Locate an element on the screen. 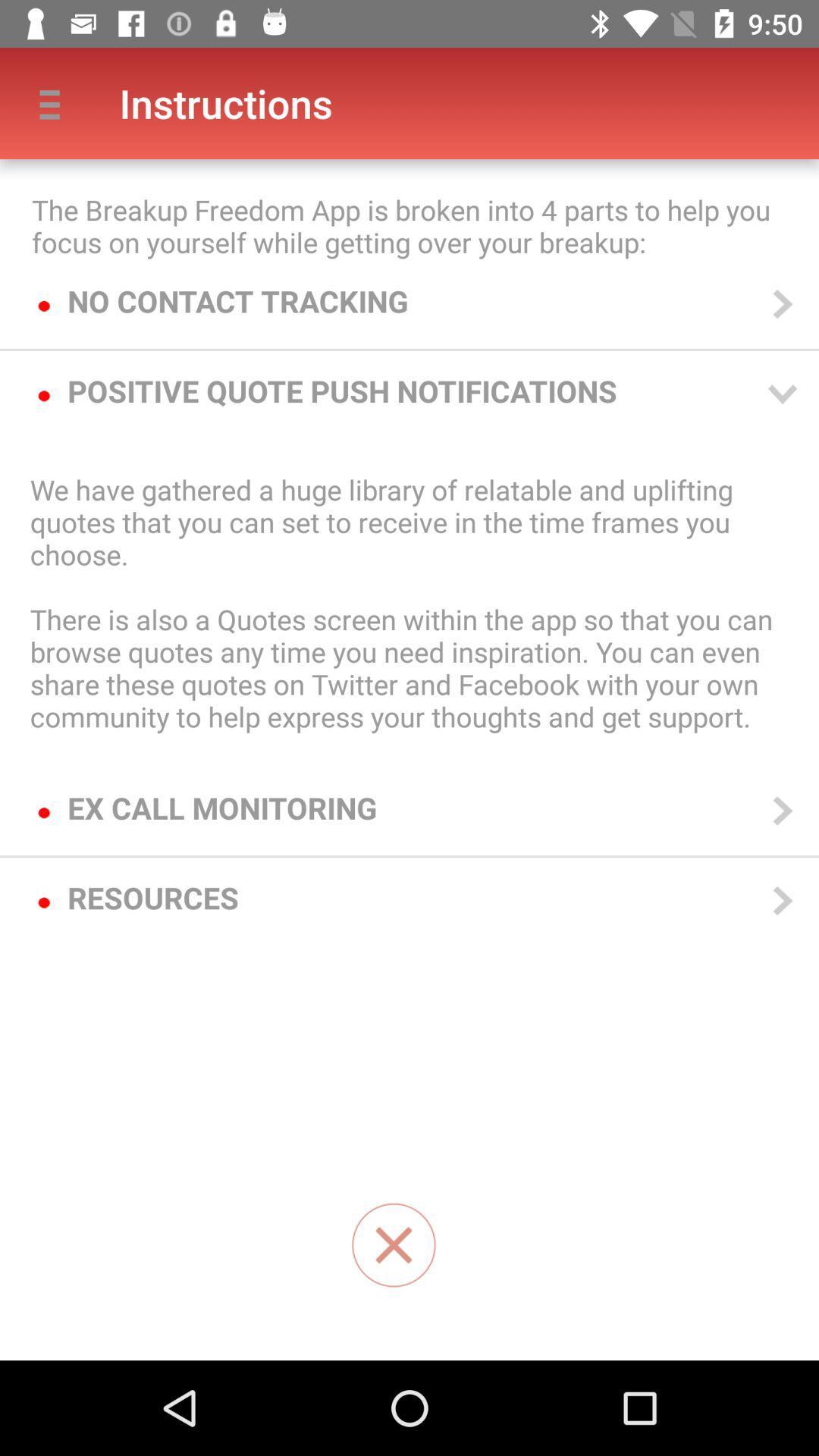 This screenshot has height=1456, width=819. instructions is located at coordinates (393, 1245).